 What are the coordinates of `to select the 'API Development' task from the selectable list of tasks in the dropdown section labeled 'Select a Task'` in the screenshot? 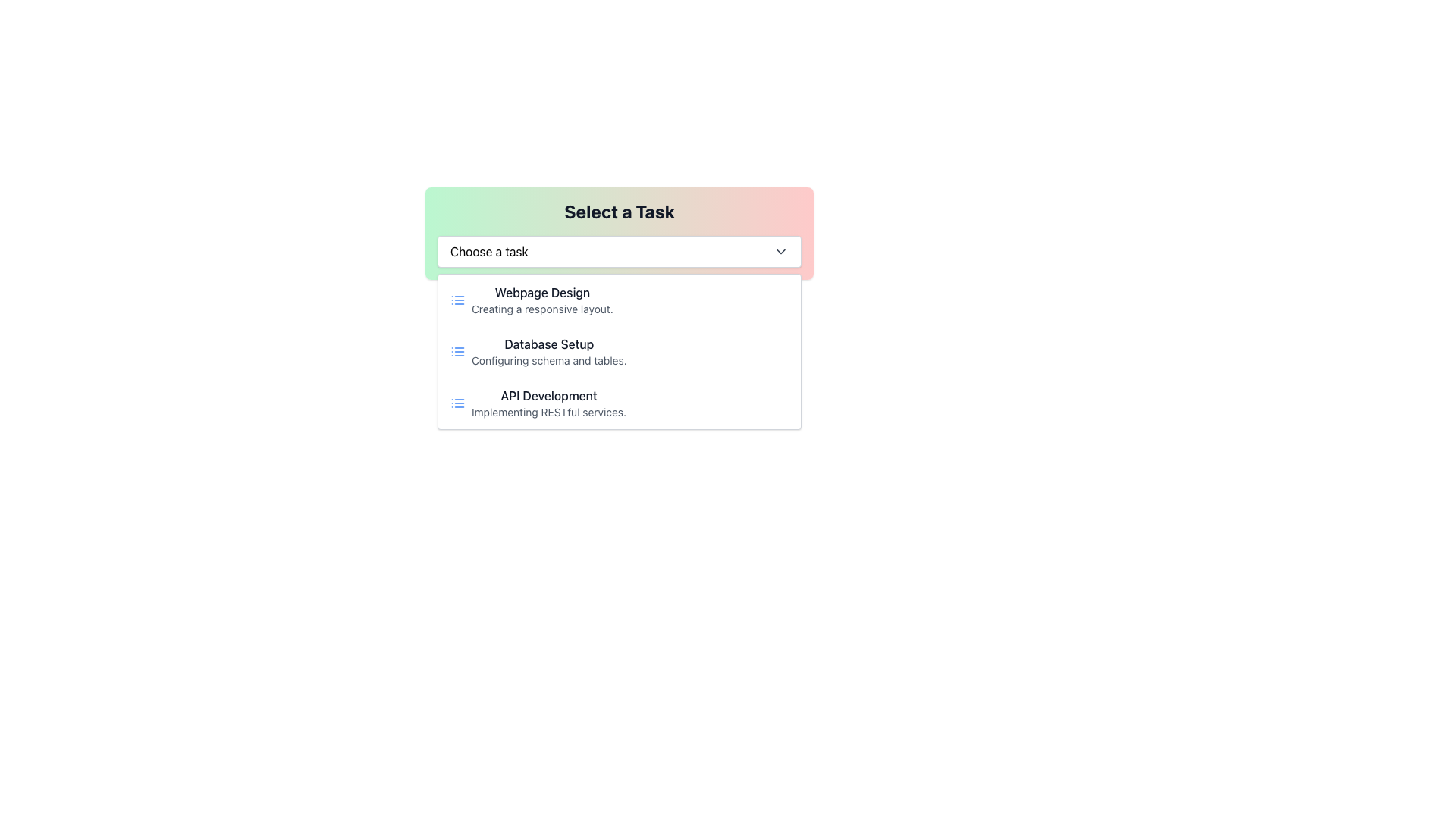 It's located at (548, 403).